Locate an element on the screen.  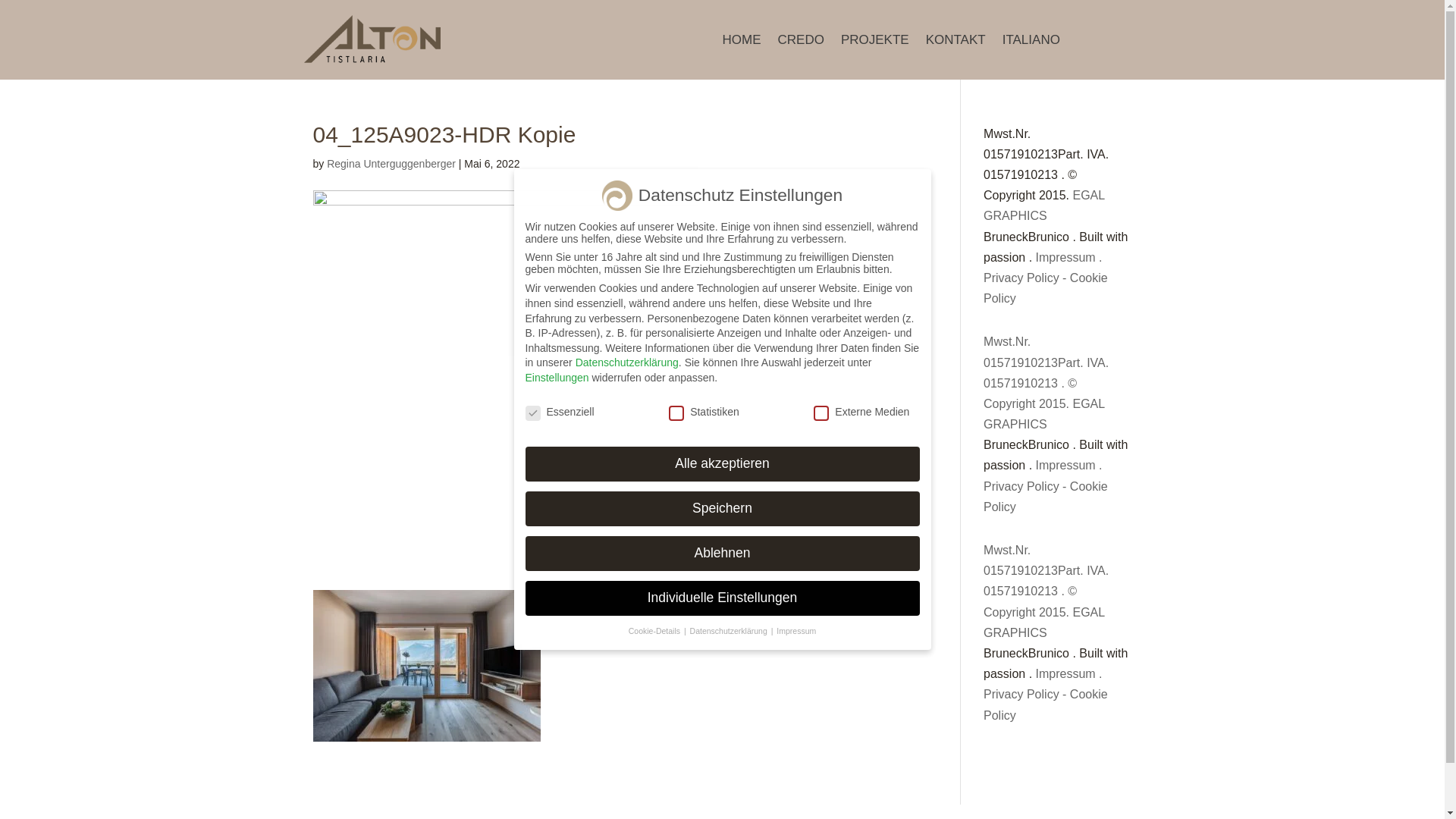
'ITALIANO' is located at coordinates (1031, 42).